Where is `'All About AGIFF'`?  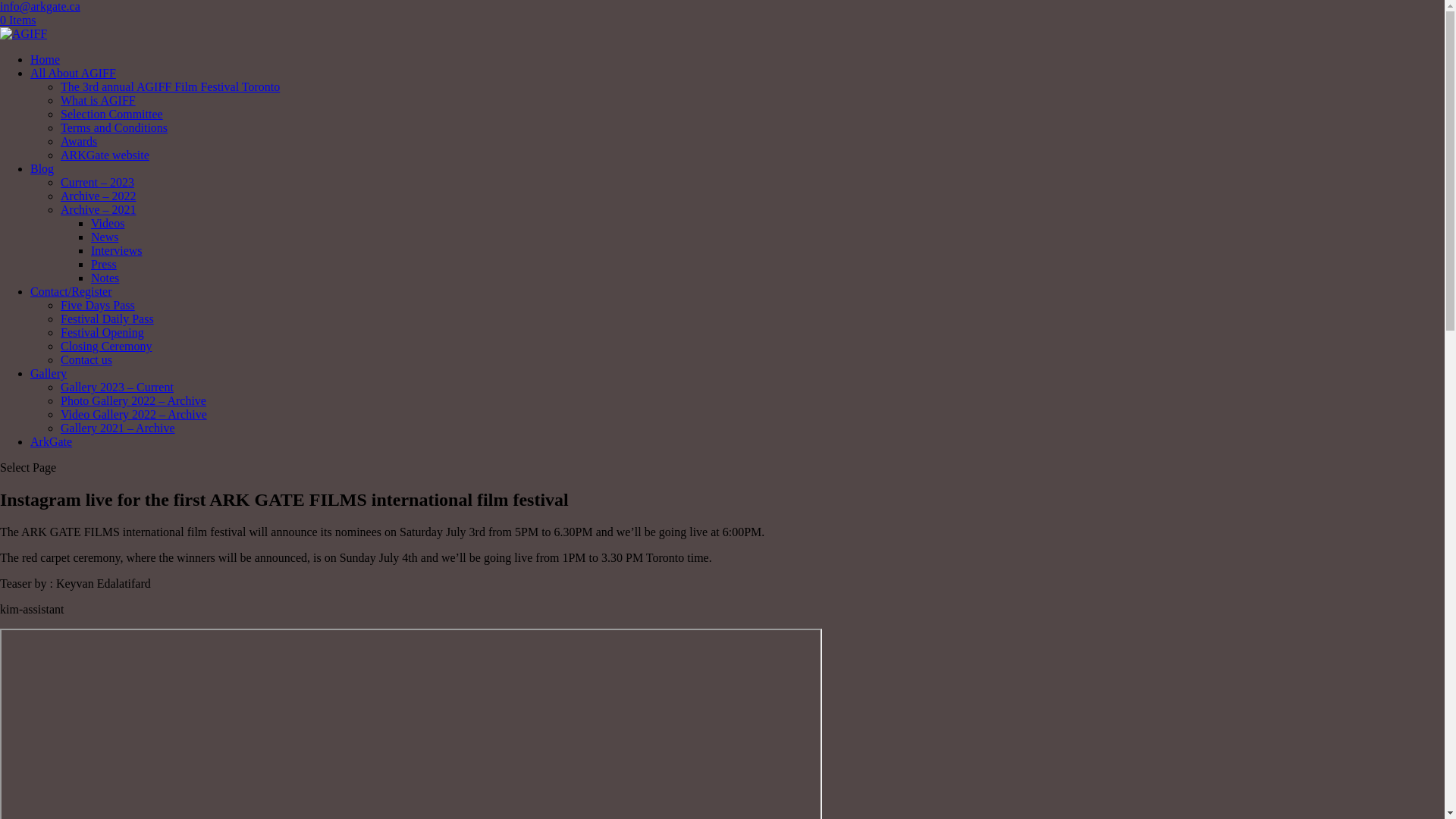
'All About AGIFF' is located at coordinates (72, 73).